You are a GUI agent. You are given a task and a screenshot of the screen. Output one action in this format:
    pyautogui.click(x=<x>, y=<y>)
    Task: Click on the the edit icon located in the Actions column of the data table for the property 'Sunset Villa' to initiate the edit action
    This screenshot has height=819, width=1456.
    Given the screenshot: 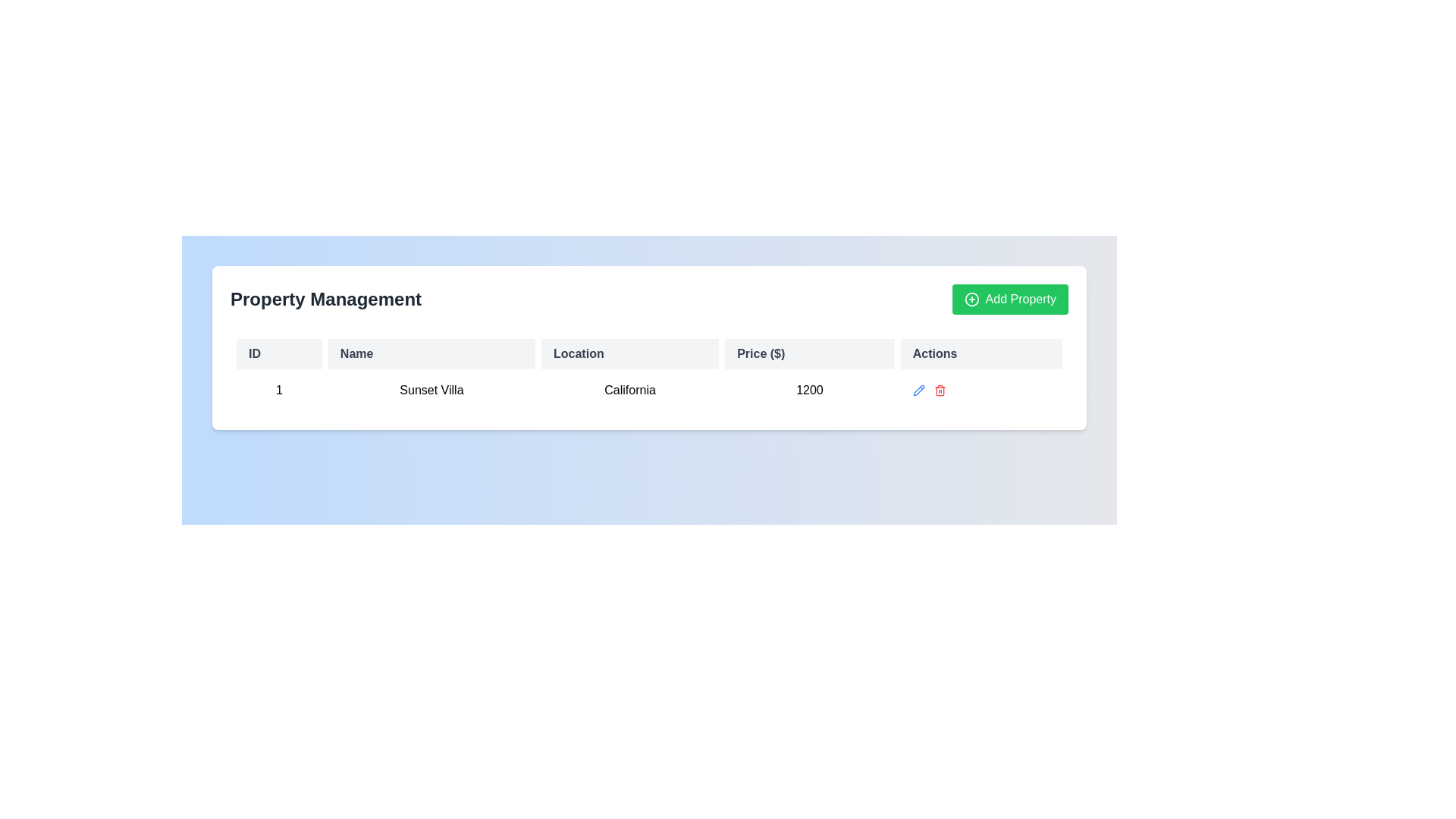 What is the action you would take?
    pyautogui.click(x=918, y=390)
    